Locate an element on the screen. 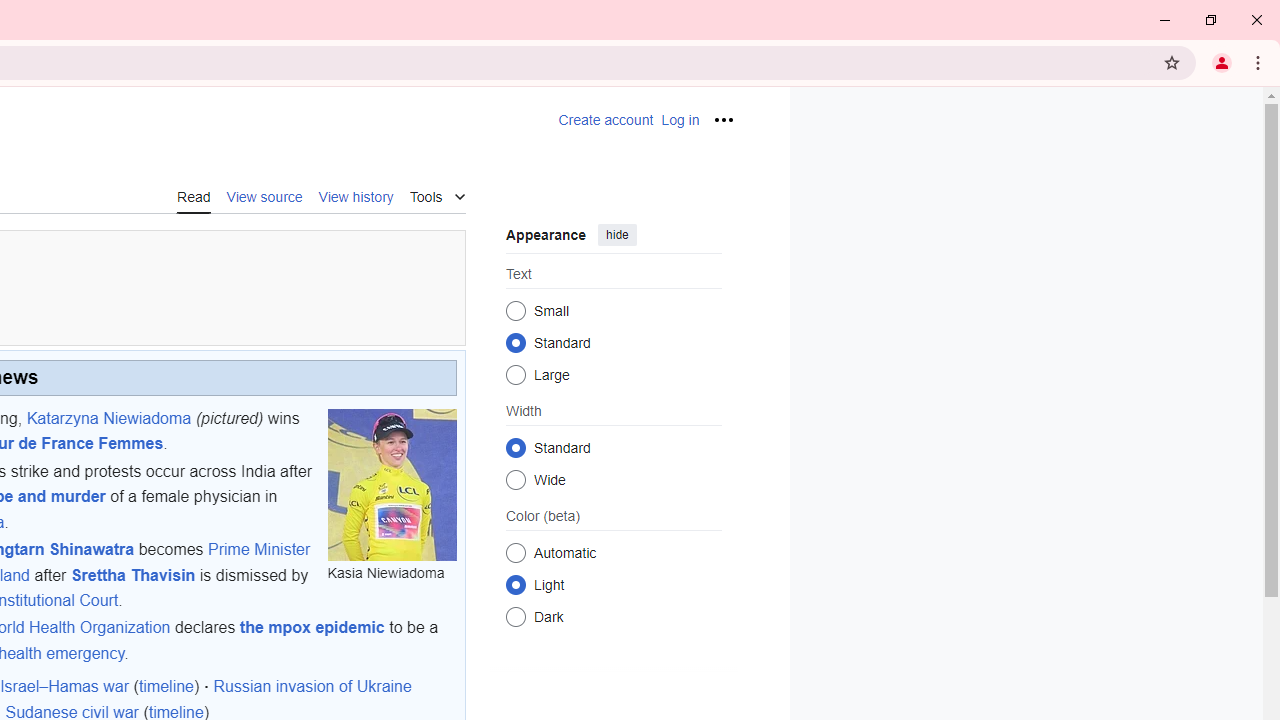 This screenshot has height=720, width=1280. 'Light' is located at coordinates (515, 584).